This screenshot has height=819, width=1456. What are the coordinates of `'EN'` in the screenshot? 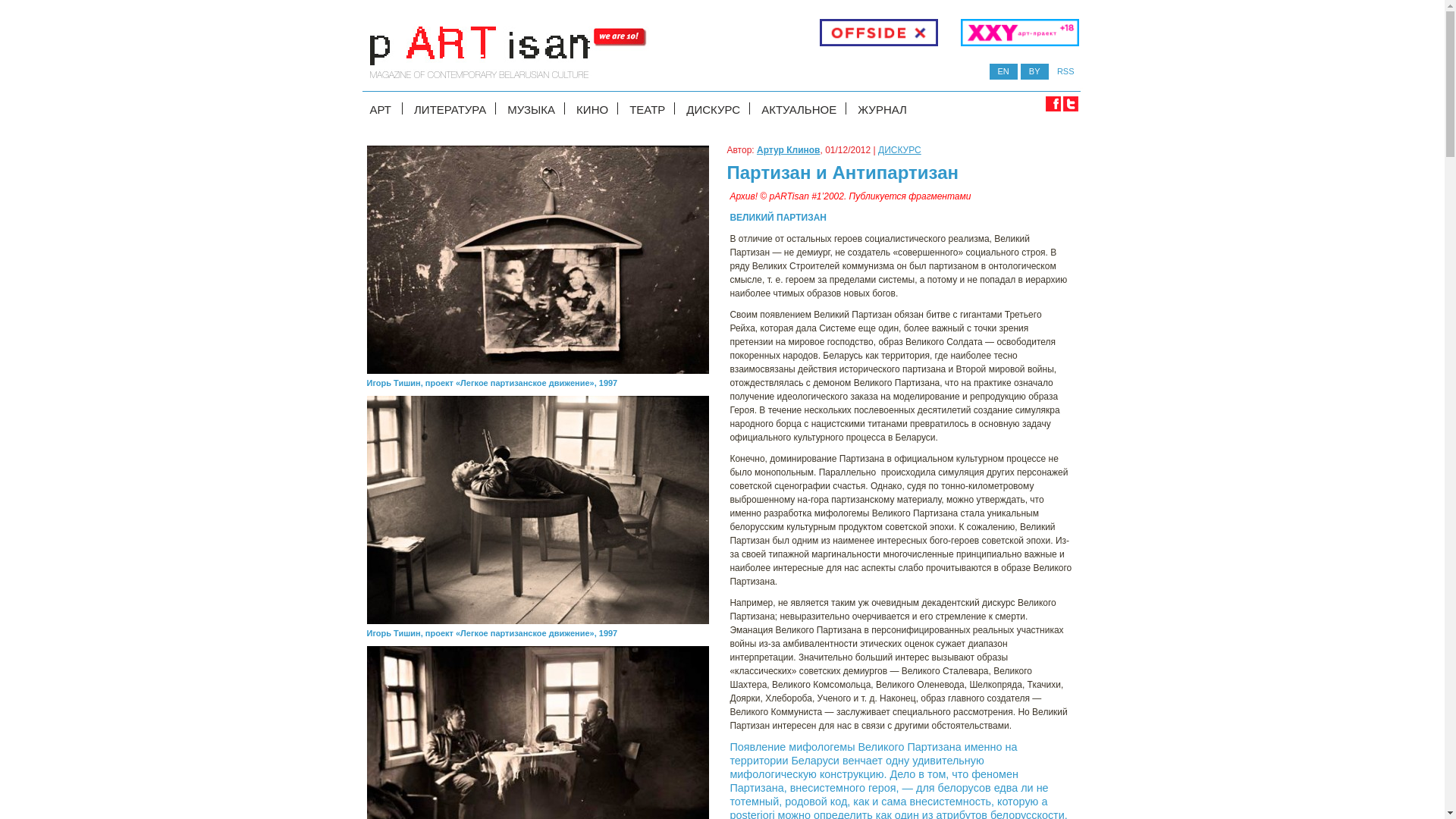 It's located at (1003, 71).